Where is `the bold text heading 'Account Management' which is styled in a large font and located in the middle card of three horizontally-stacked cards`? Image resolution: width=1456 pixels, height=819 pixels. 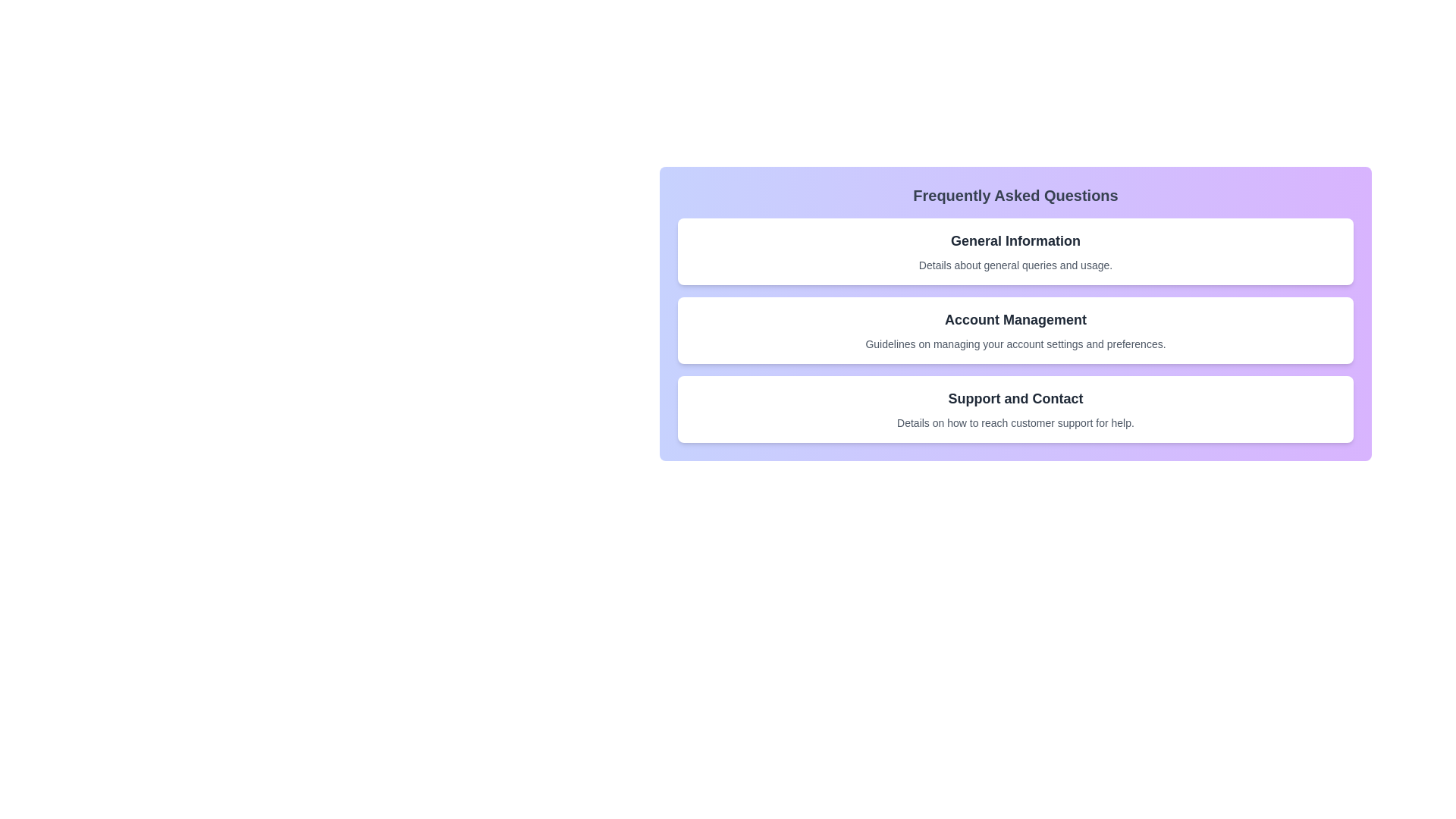 the bold text heading 'Account Management' which is styled in a large font and located in the middle card of three horizontally-stacked cards is located at coordinates (1015, 318).